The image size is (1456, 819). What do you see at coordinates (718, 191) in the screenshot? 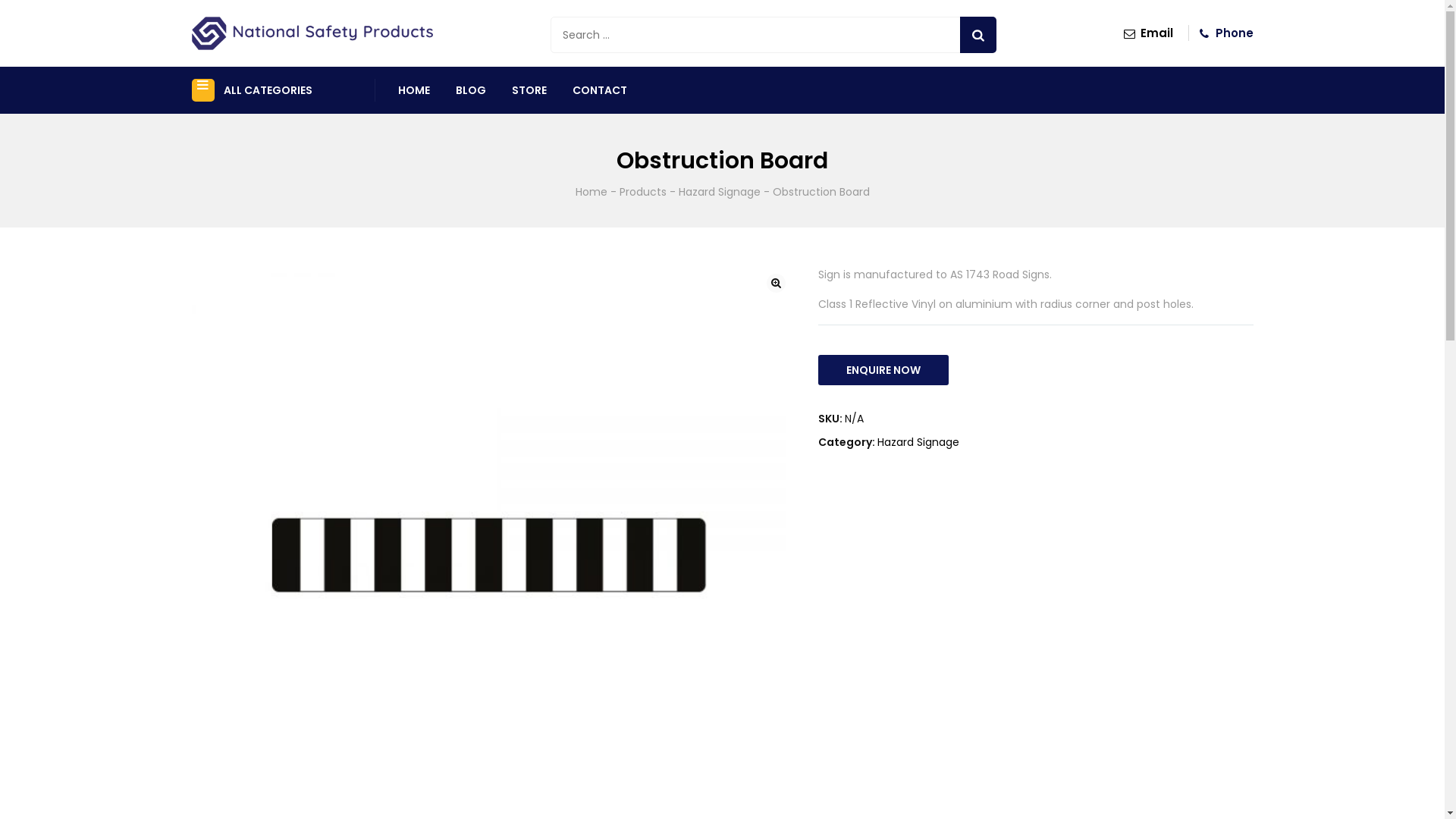
I see `'Hazard Signage'` at bounding box center [718, 191].